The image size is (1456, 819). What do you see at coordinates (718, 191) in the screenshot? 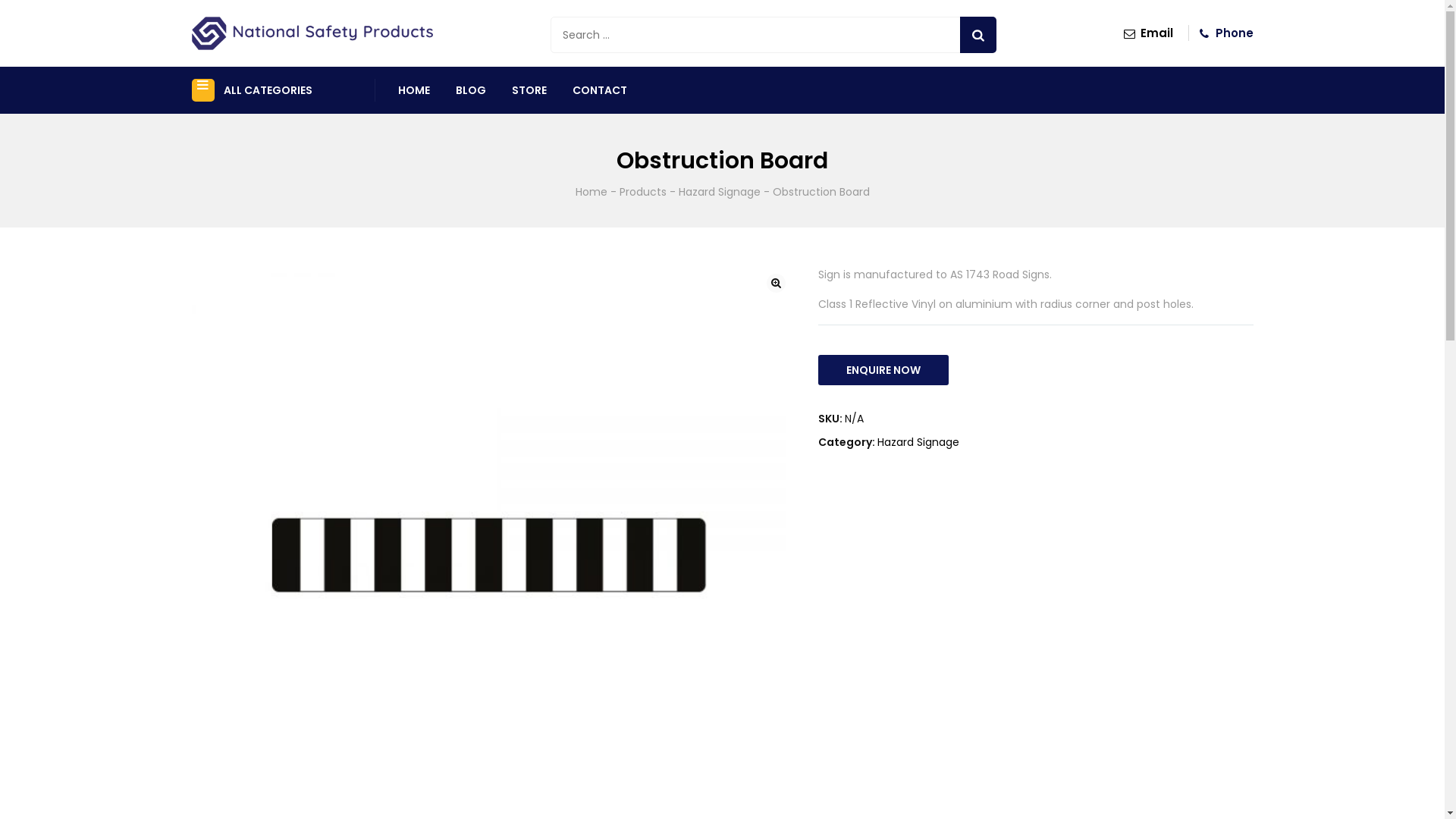
I see `'Hazard Signage'` at bounding box center [718, 191].